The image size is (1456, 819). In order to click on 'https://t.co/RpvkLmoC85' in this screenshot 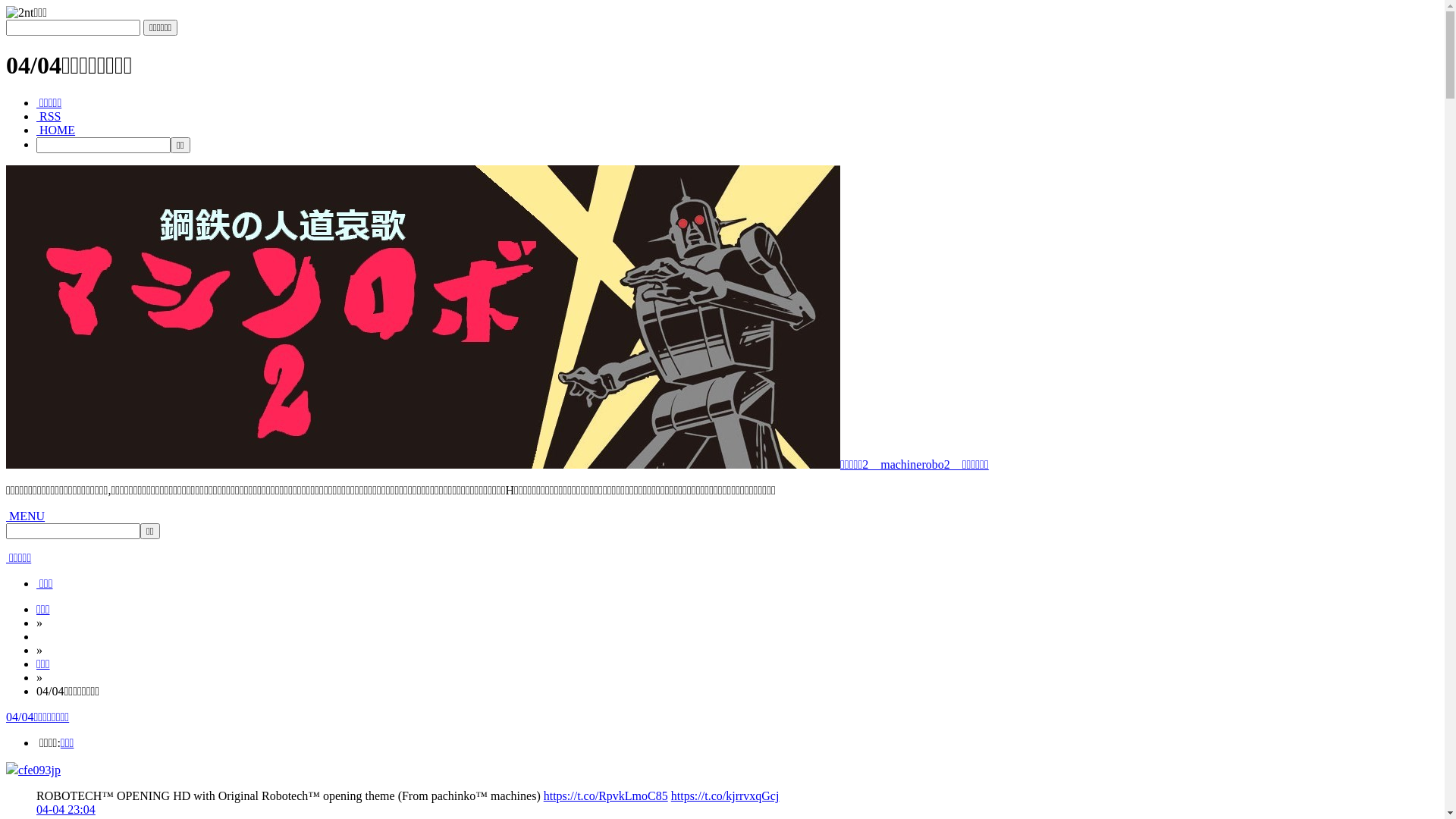, I will do `click(543, 795)`.